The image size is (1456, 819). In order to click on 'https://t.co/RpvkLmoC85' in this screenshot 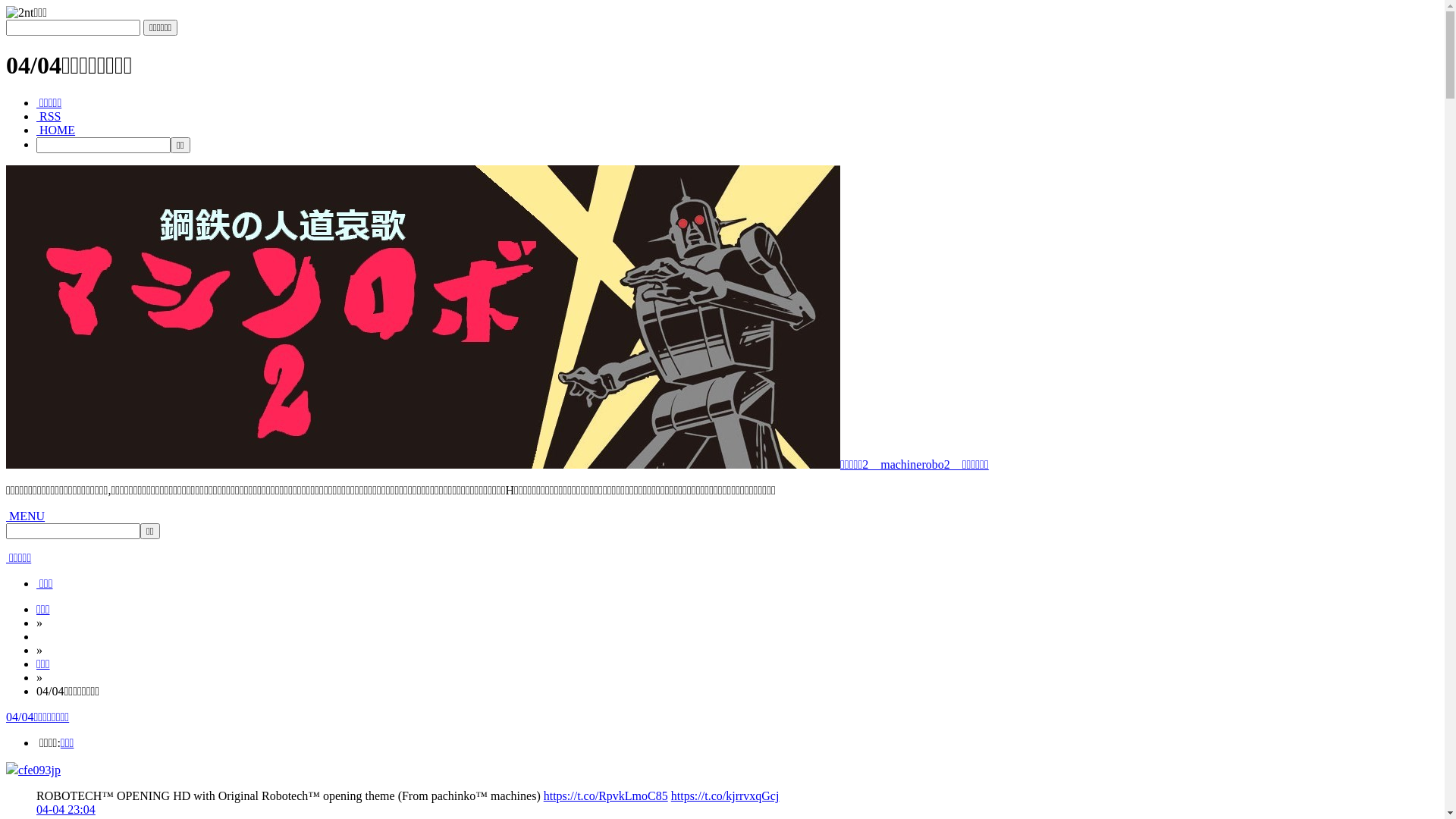, I will do `click(543, 795)`.